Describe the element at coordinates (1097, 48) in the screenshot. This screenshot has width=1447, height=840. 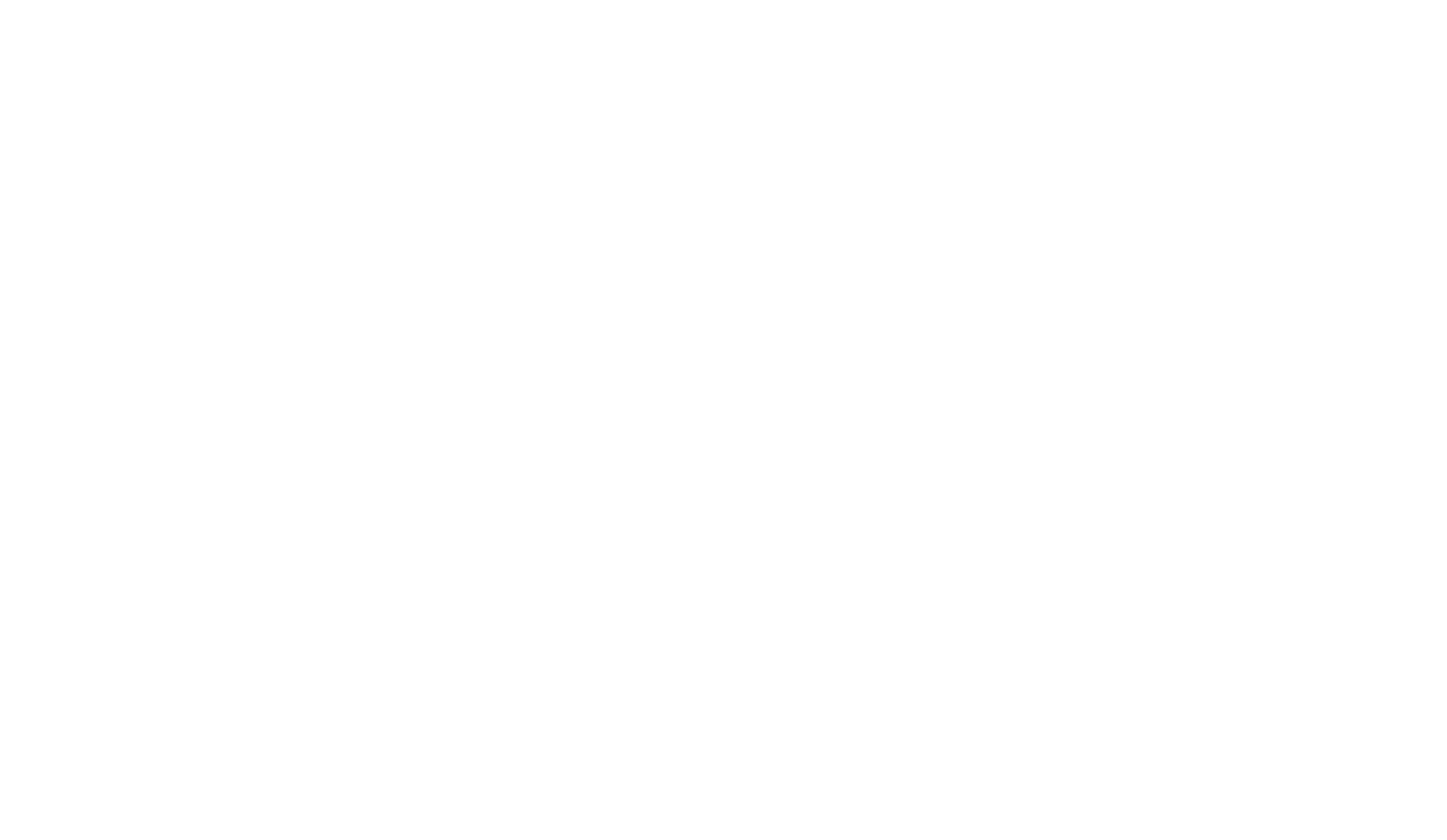
I see `'madeira'` at that location.